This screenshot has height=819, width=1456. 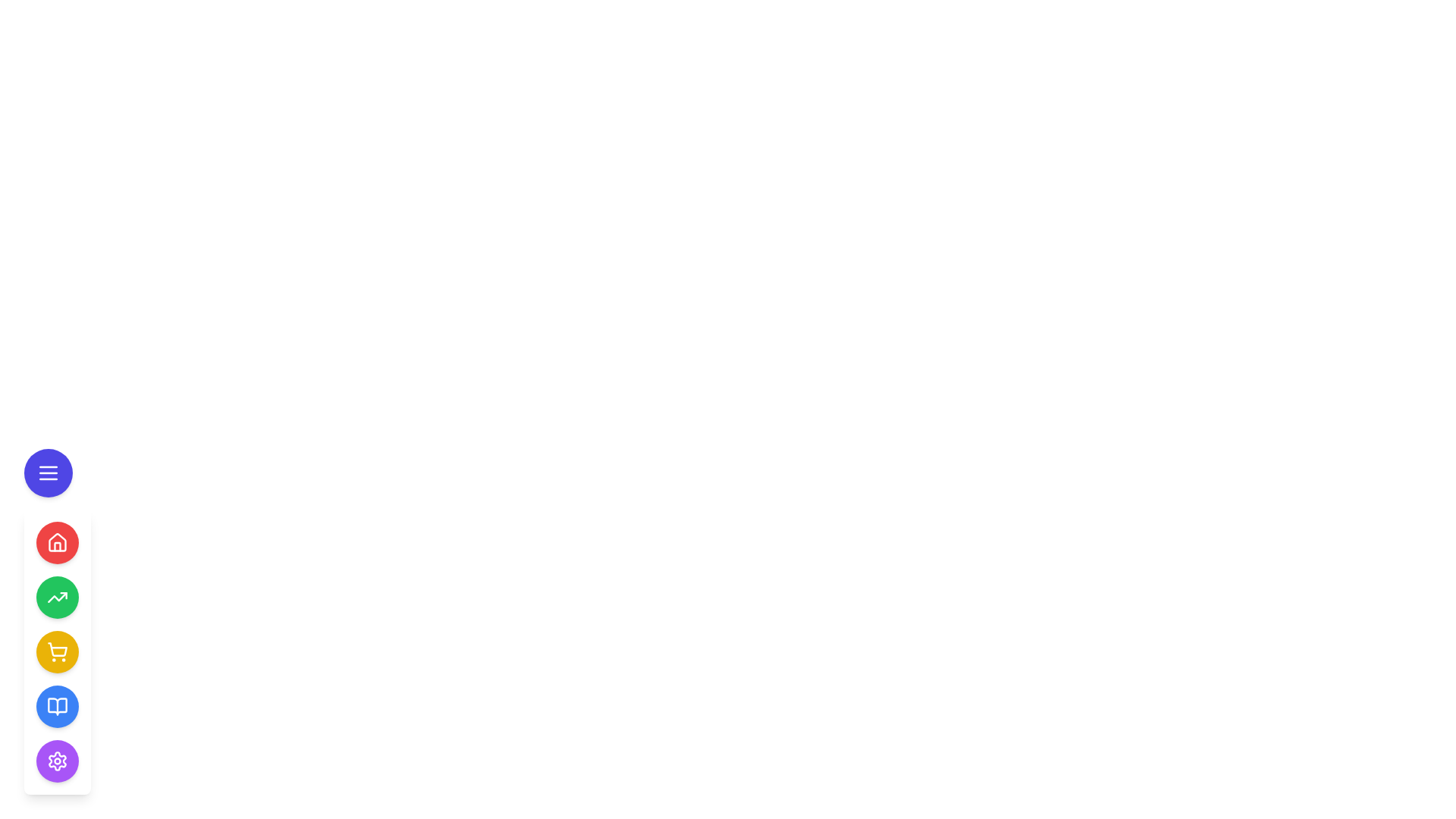 What do you see at coordinates (58, 651) in the screenshot?
I see `the yellow circular button with a white shopping cart icon, located as the third button from the top in a vertical stack of buttons` at bounding box center [58, 651].